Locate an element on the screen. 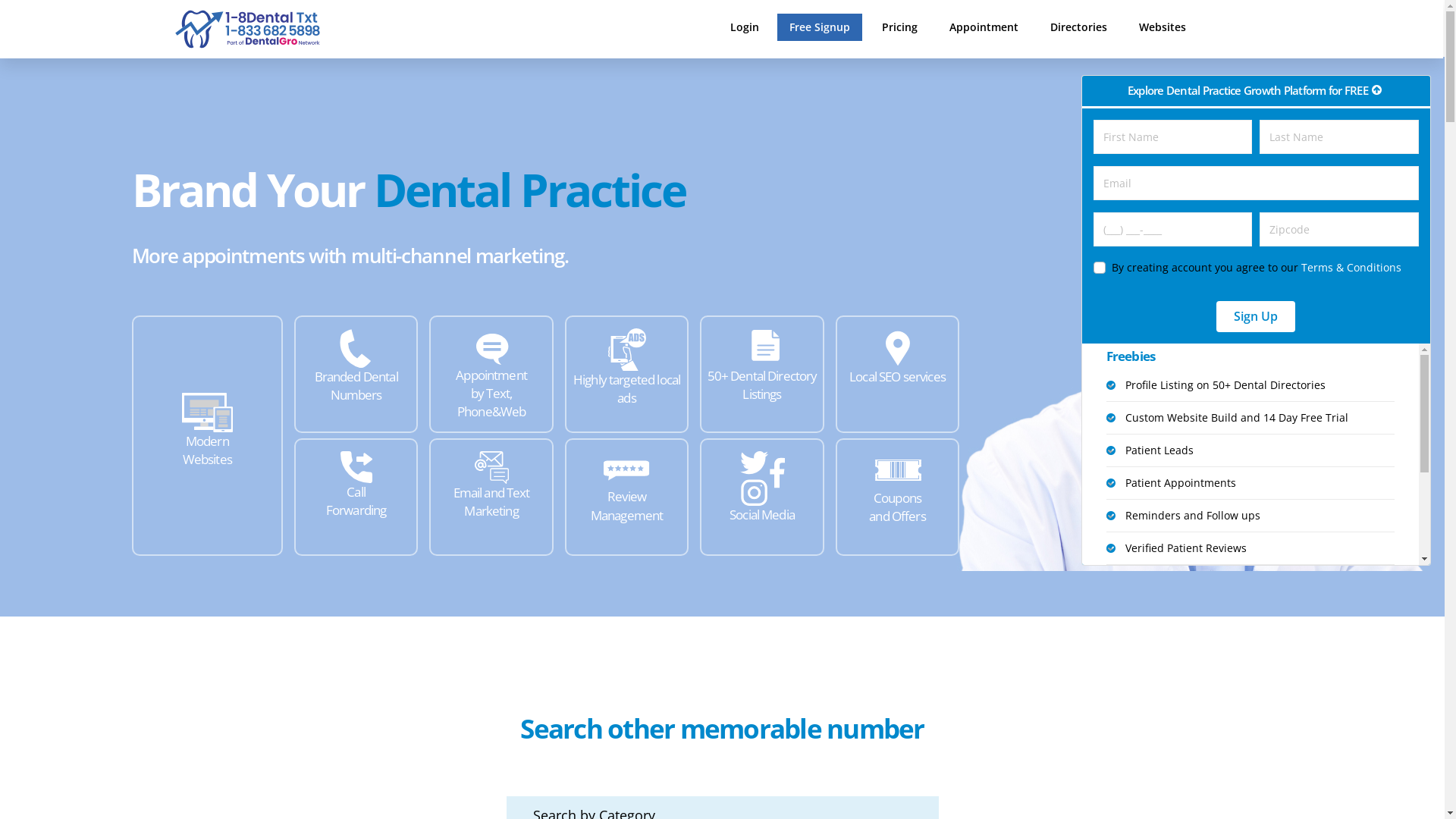 The height and width of the screenshot is (819, 1456). '50+ Dental Directory Listings' is located at coordinates (761, 374).